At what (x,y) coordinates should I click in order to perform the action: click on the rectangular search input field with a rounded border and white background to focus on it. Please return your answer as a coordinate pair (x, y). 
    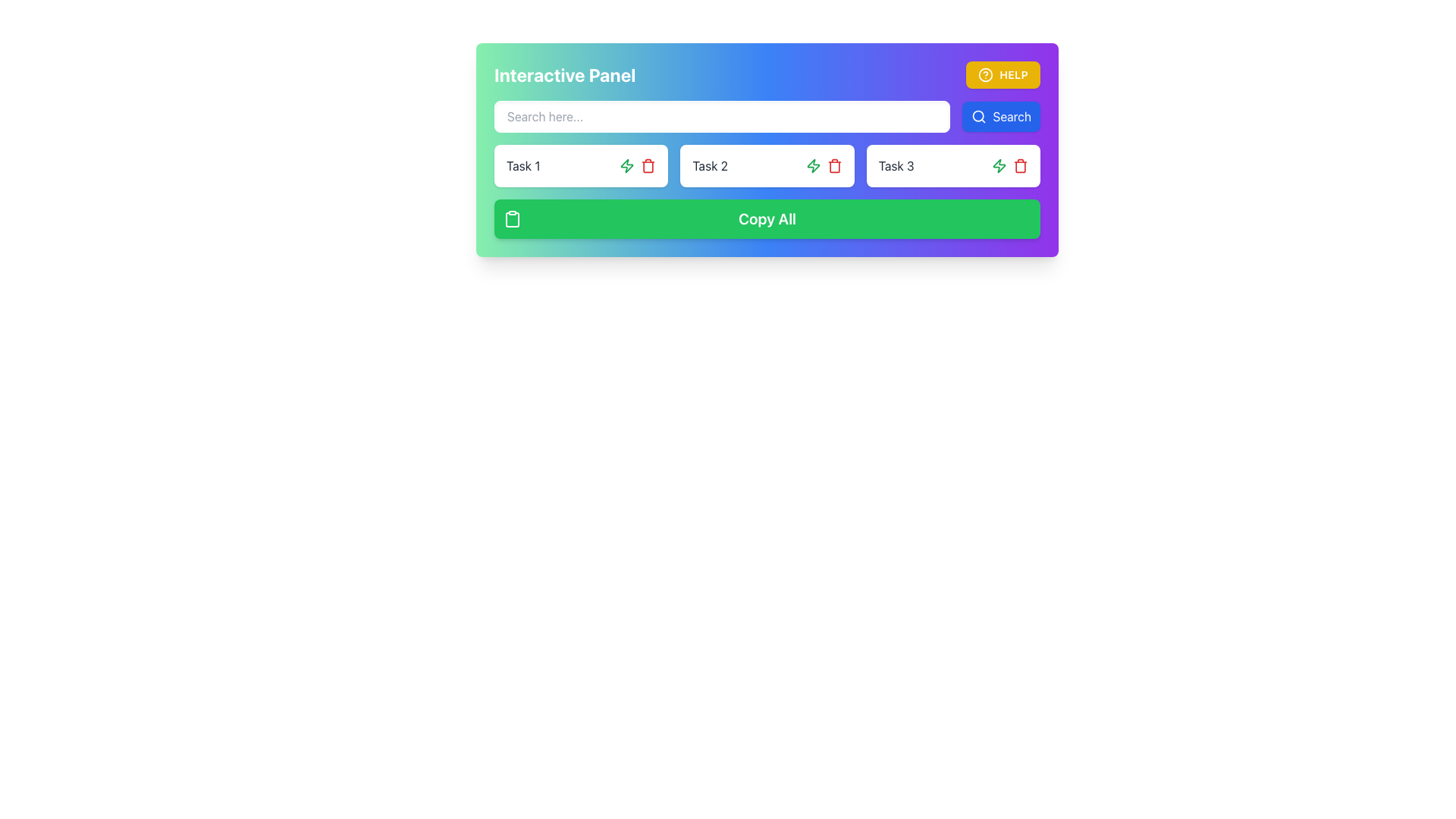
    Looking at the image, I should click on (767, 116).